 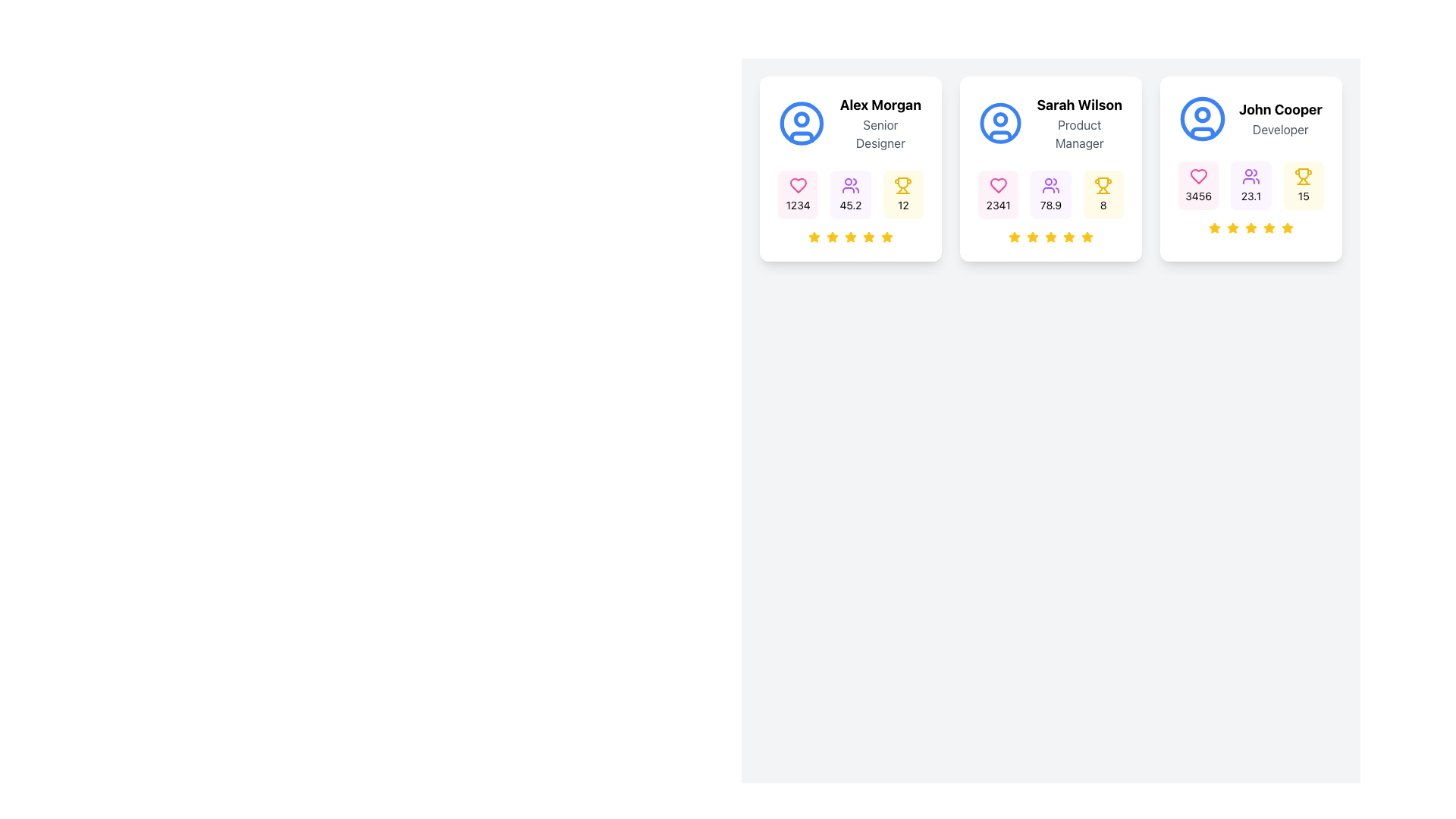 I want to click on the fifth star icon in the star rating system for Sarah Wilson, so click(x=1068, y=237).